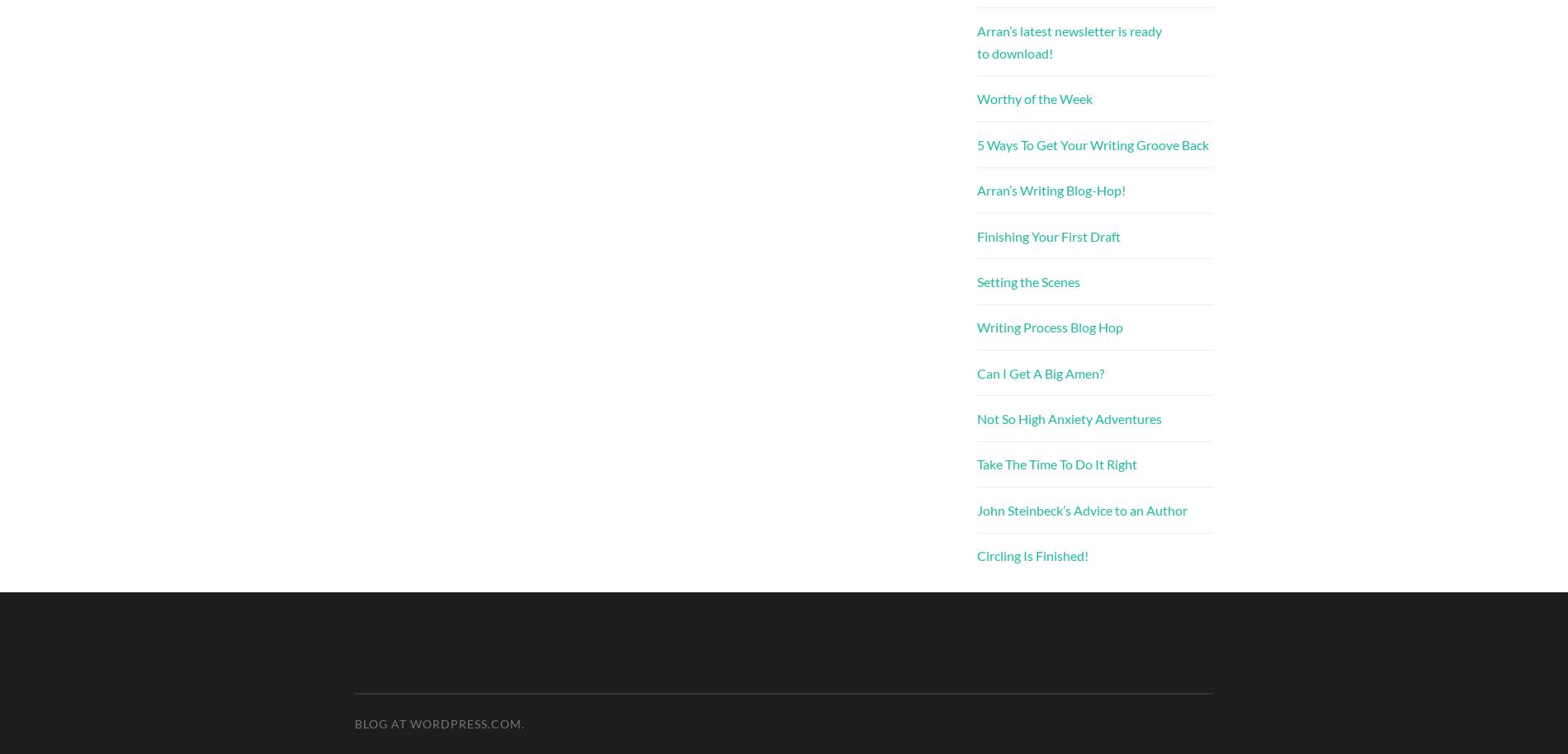 The image size is (1568, 754). What do you see at coordinates (1068, 40) in the screenshot?
I see `'Arran’s latest newsletter is ready to download!'` at bounding box center [1068, 40].